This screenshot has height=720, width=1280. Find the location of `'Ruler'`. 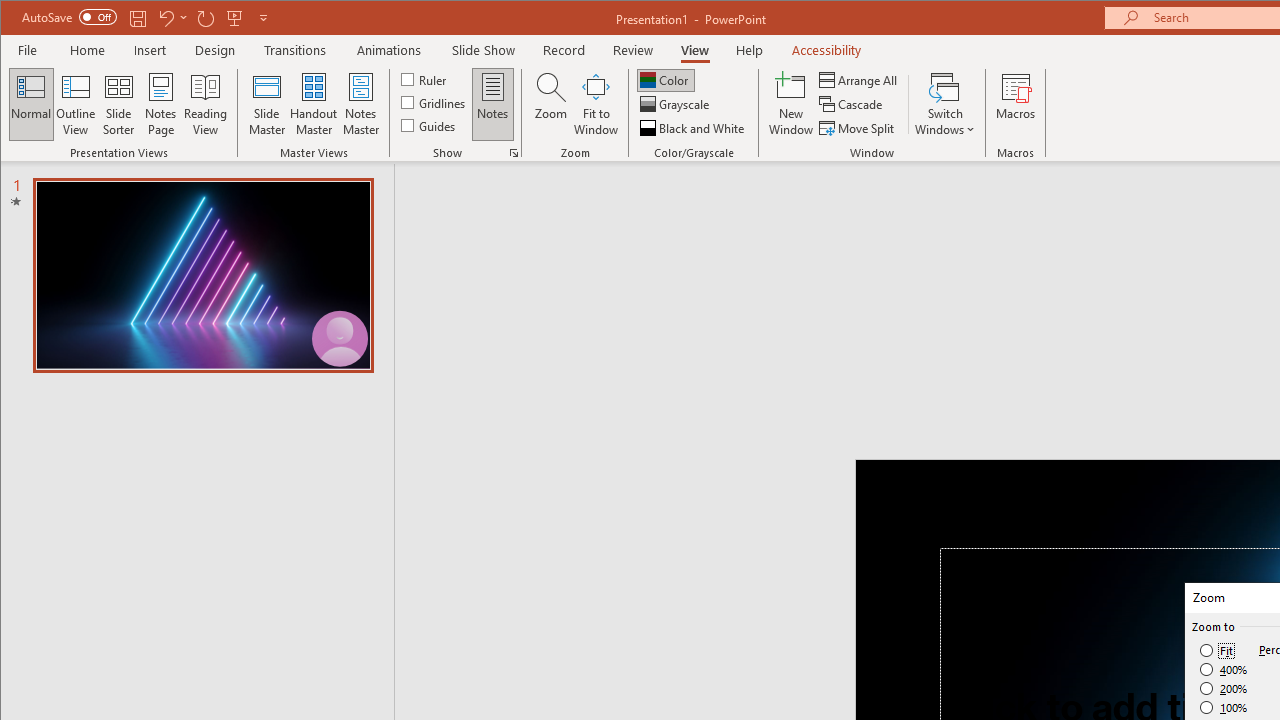

'Ruler' is located at coordinates (424, 78).